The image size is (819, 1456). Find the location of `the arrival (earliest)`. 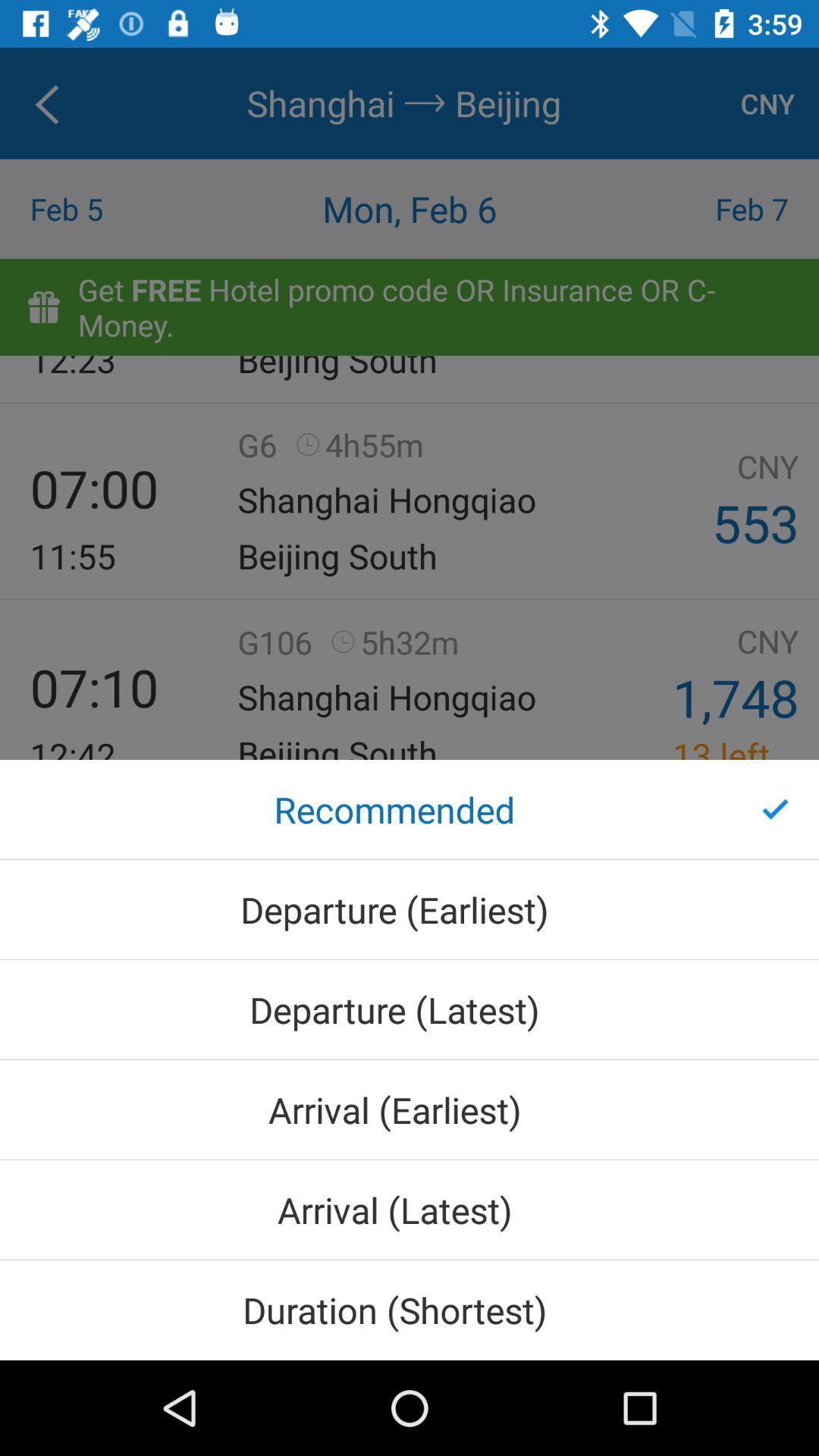

the arrival (earliest) is located at coordinates (409, 1109).